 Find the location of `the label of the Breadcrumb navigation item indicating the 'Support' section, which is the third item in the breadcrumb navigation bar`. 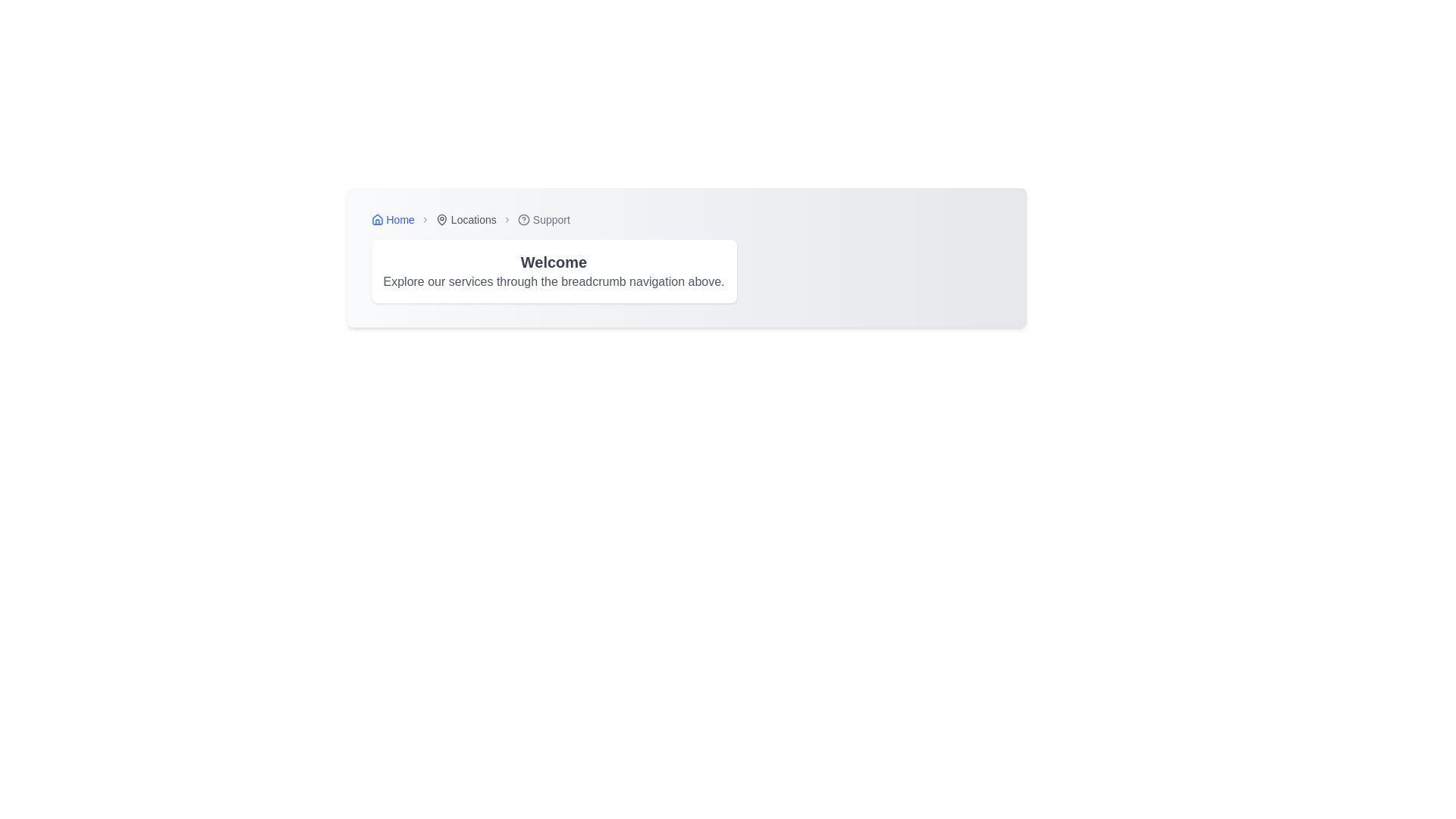

the label of the Breadcrumb navigation item indicating the 'Support' section, which is the third item in the breadcrumb navigation bar is located at coordinates (544, 219).